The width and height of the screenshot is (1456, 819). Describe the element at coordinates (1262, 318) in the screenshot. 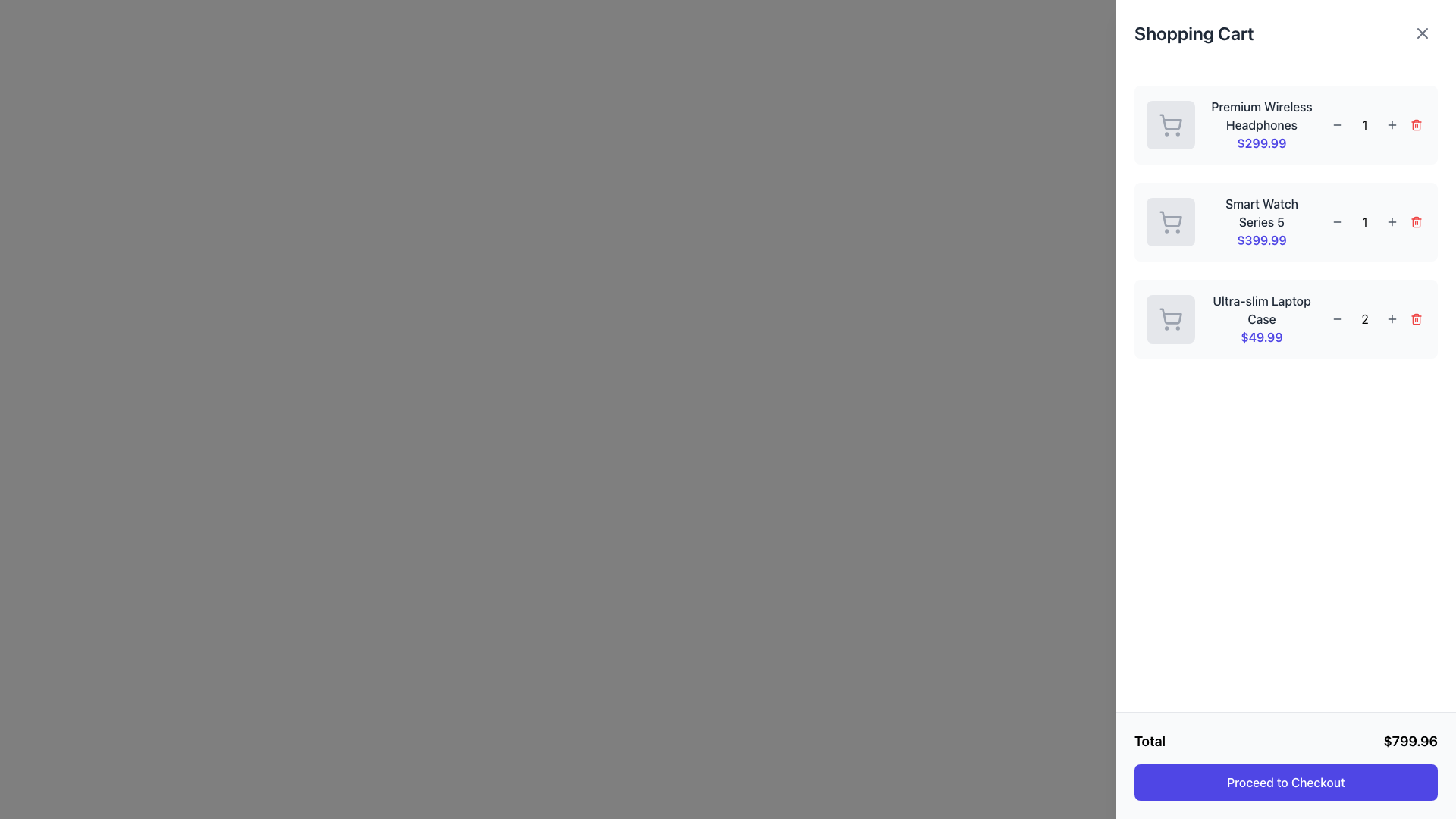

I see `the Text Block that provides information about the product name and its price in the shopping cart, located below the 'Smart Watch Series 5' item in the third position` at that location.